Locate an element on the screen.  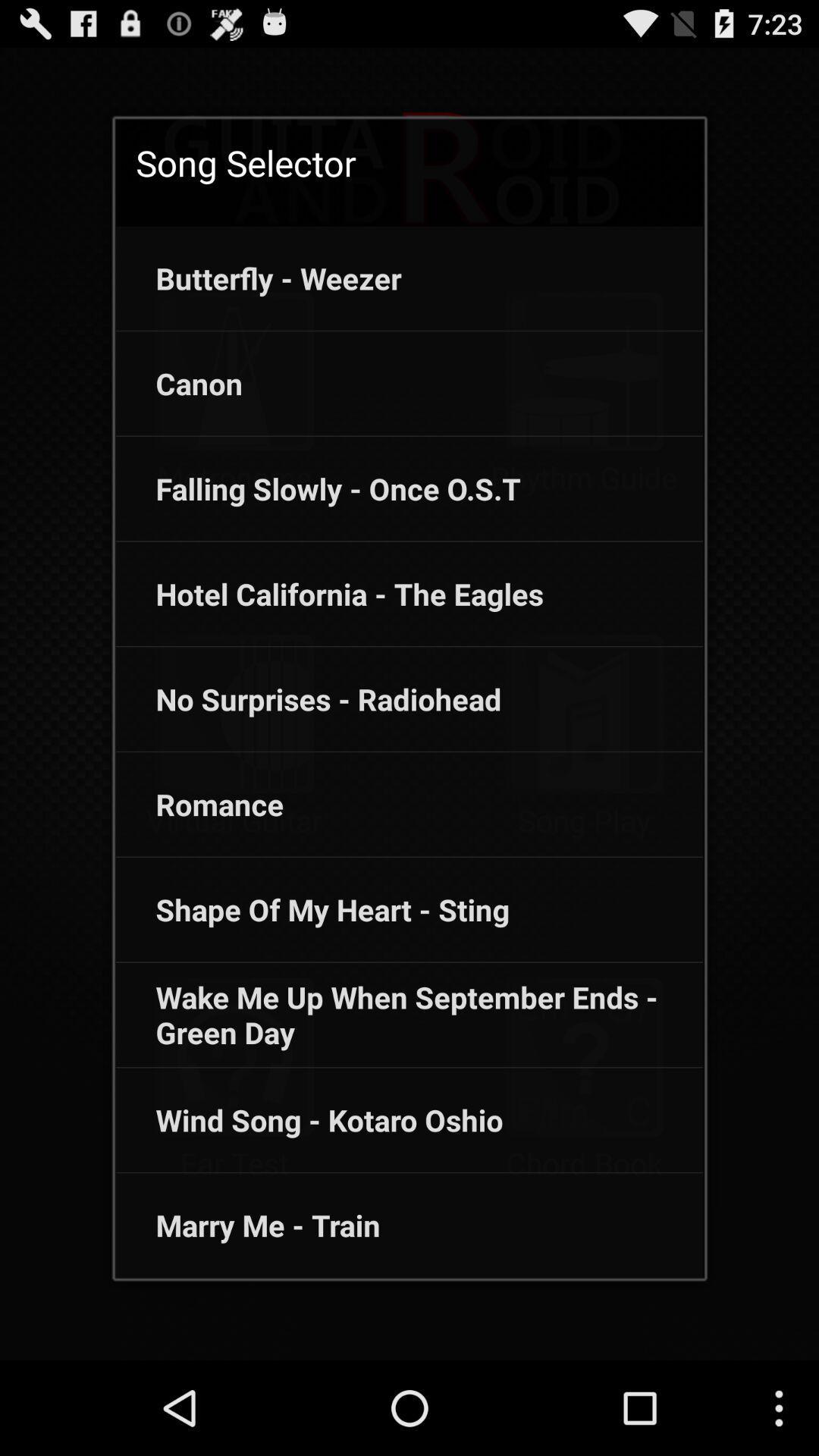
app below no surprises - radiohead icon is located at coordinates (199, 803).